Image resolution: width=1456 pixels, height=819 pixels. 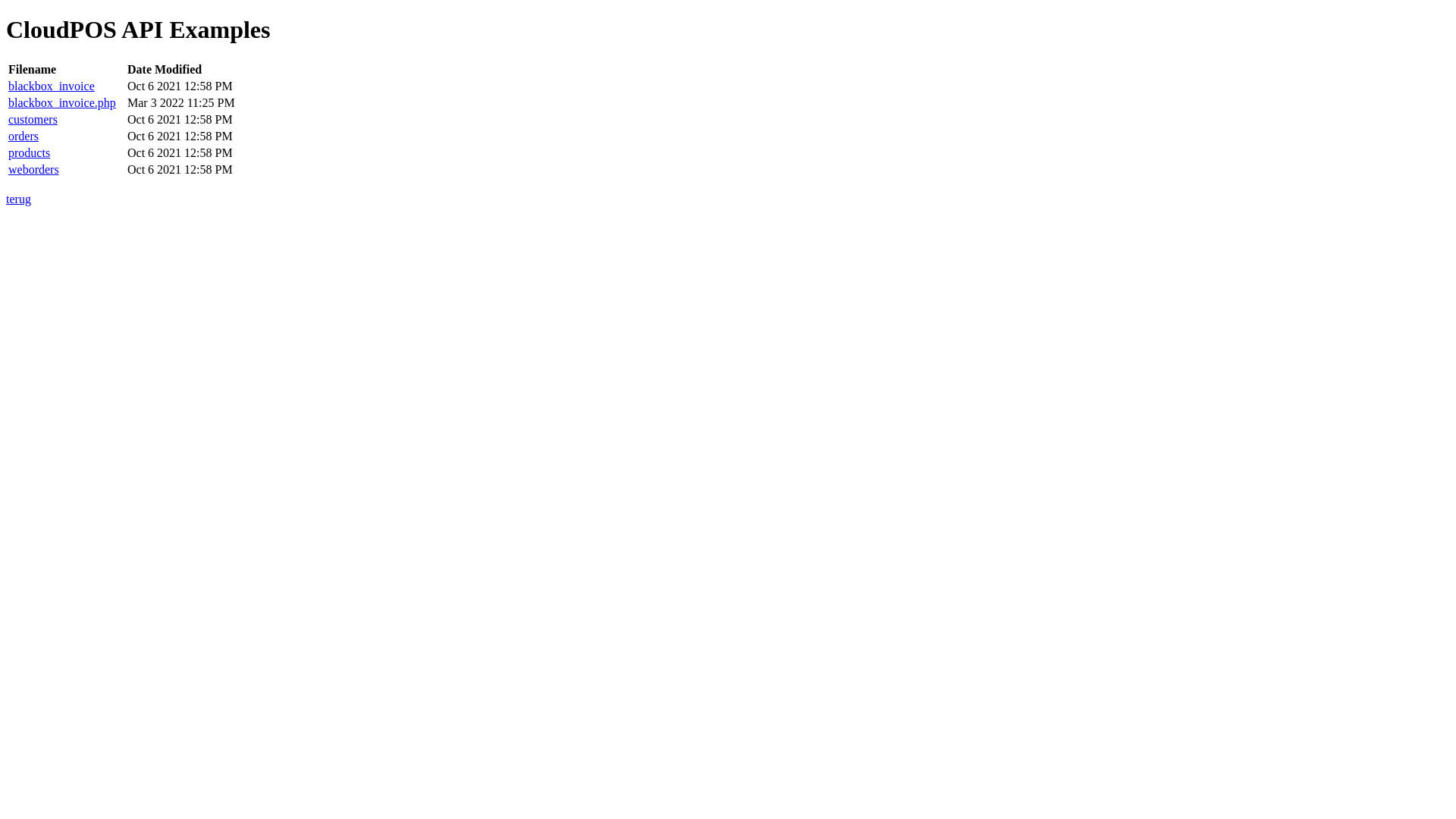 What do you see at coordinates (18, 198) in the screenshot?
I see `'terug'` at bounding box center [18, 198].